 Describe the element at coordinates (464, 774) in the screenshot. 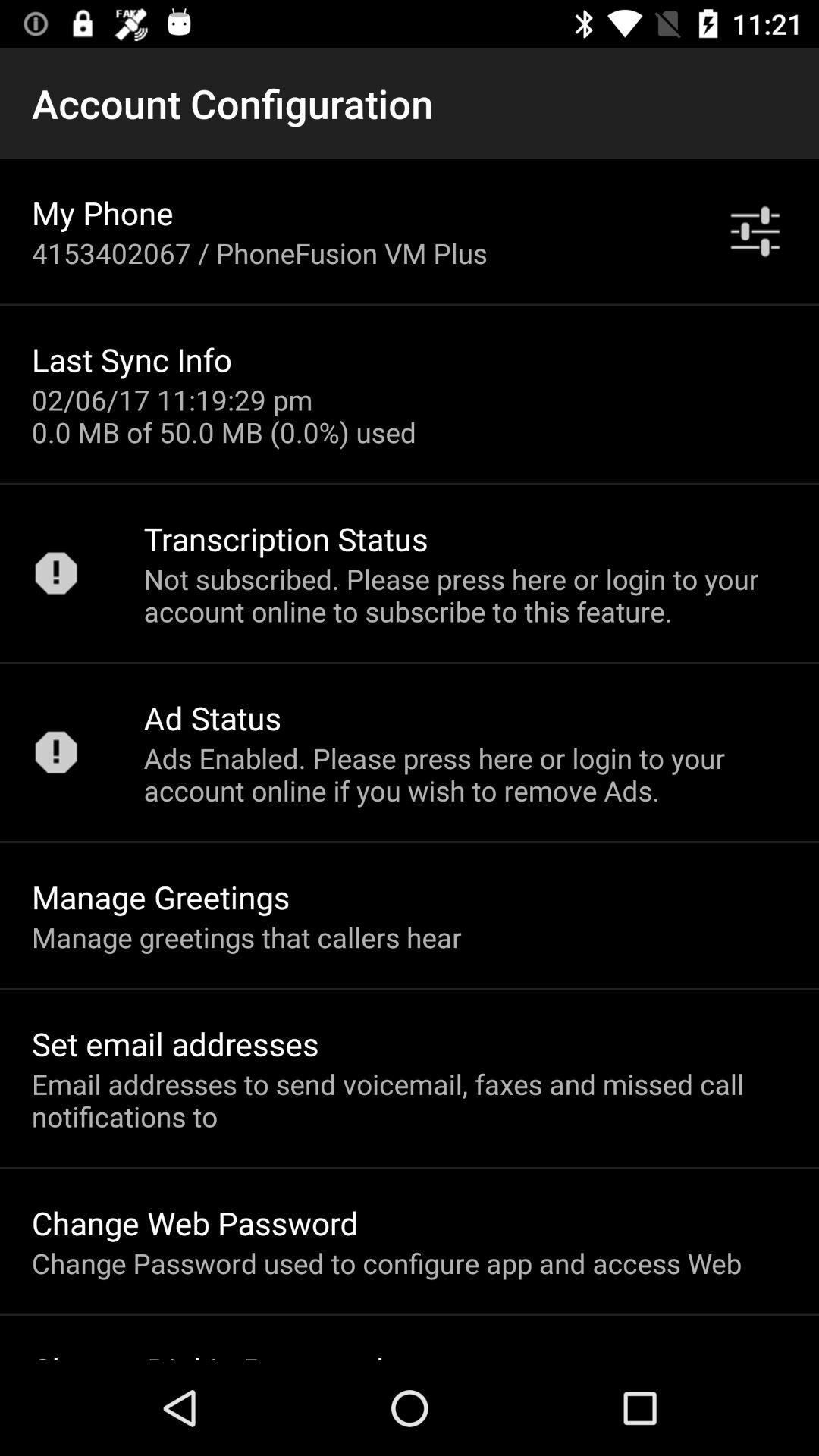

I see `the app below ad status app` at that location.